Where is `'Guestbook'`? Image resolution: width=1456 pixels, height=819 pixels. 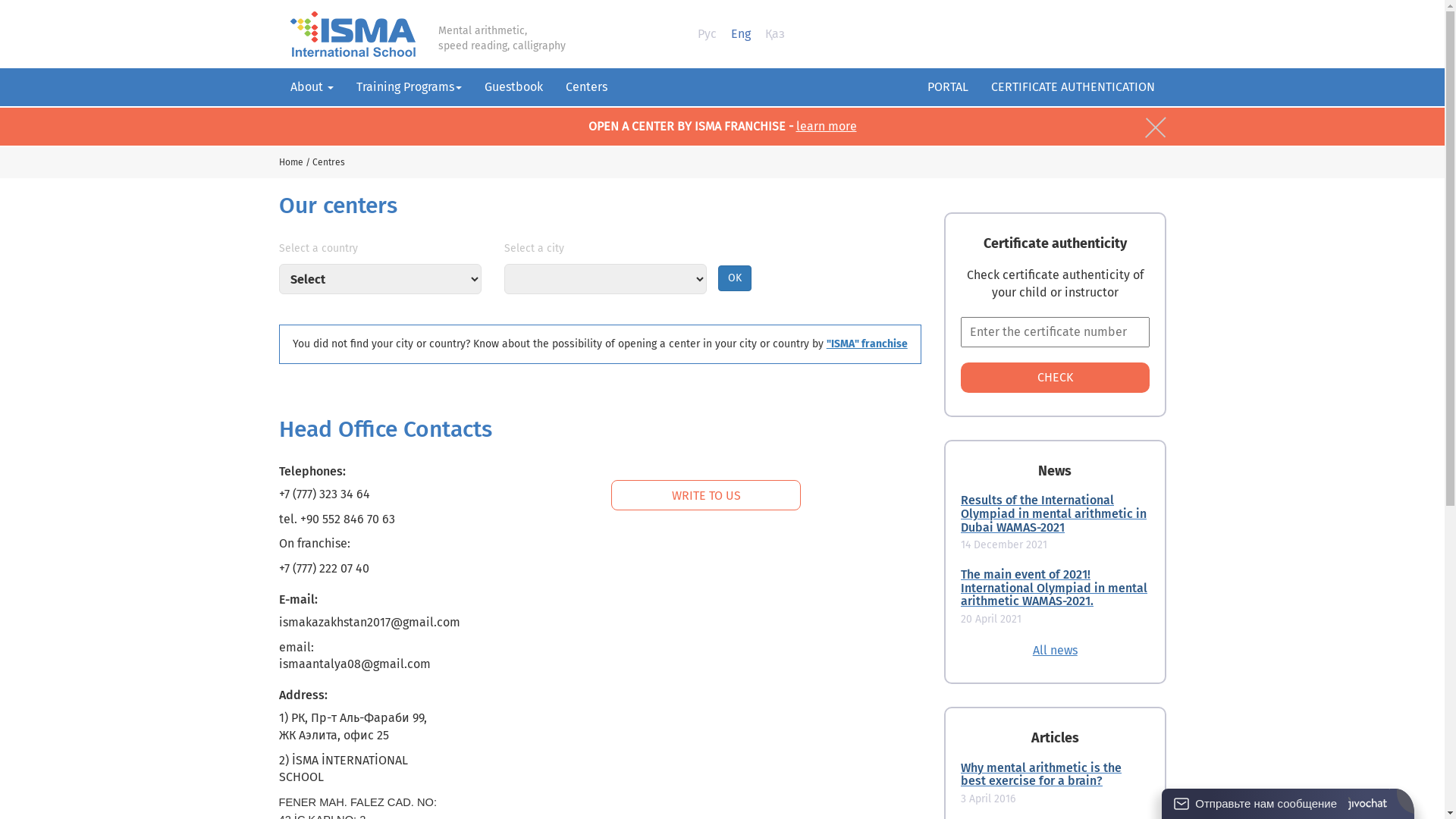
'Guestbook' is located at coordinates (513, 87).